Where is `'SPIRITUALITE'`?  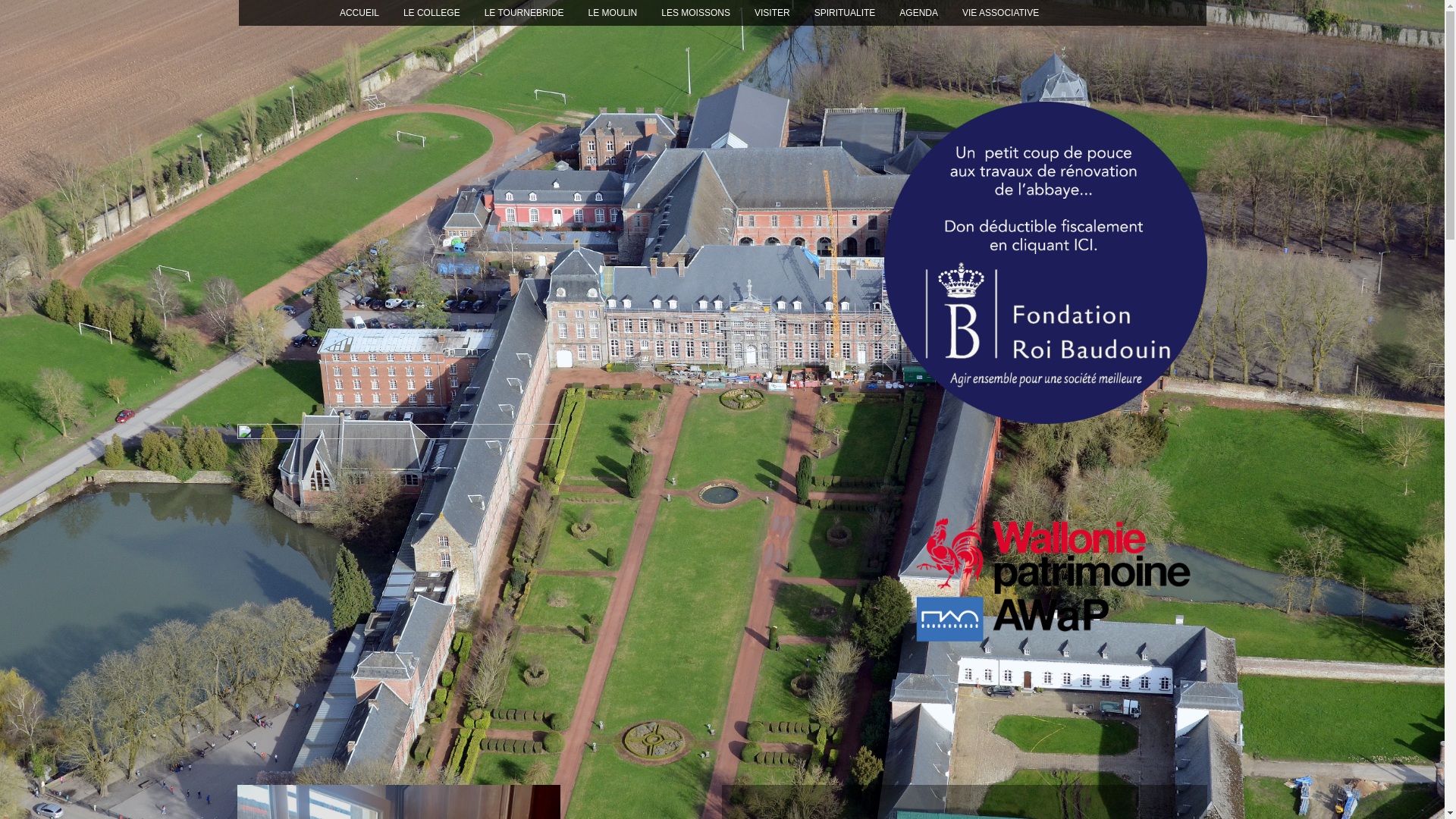 'SPIRITUALITE' is located at coordinates (844, 12).